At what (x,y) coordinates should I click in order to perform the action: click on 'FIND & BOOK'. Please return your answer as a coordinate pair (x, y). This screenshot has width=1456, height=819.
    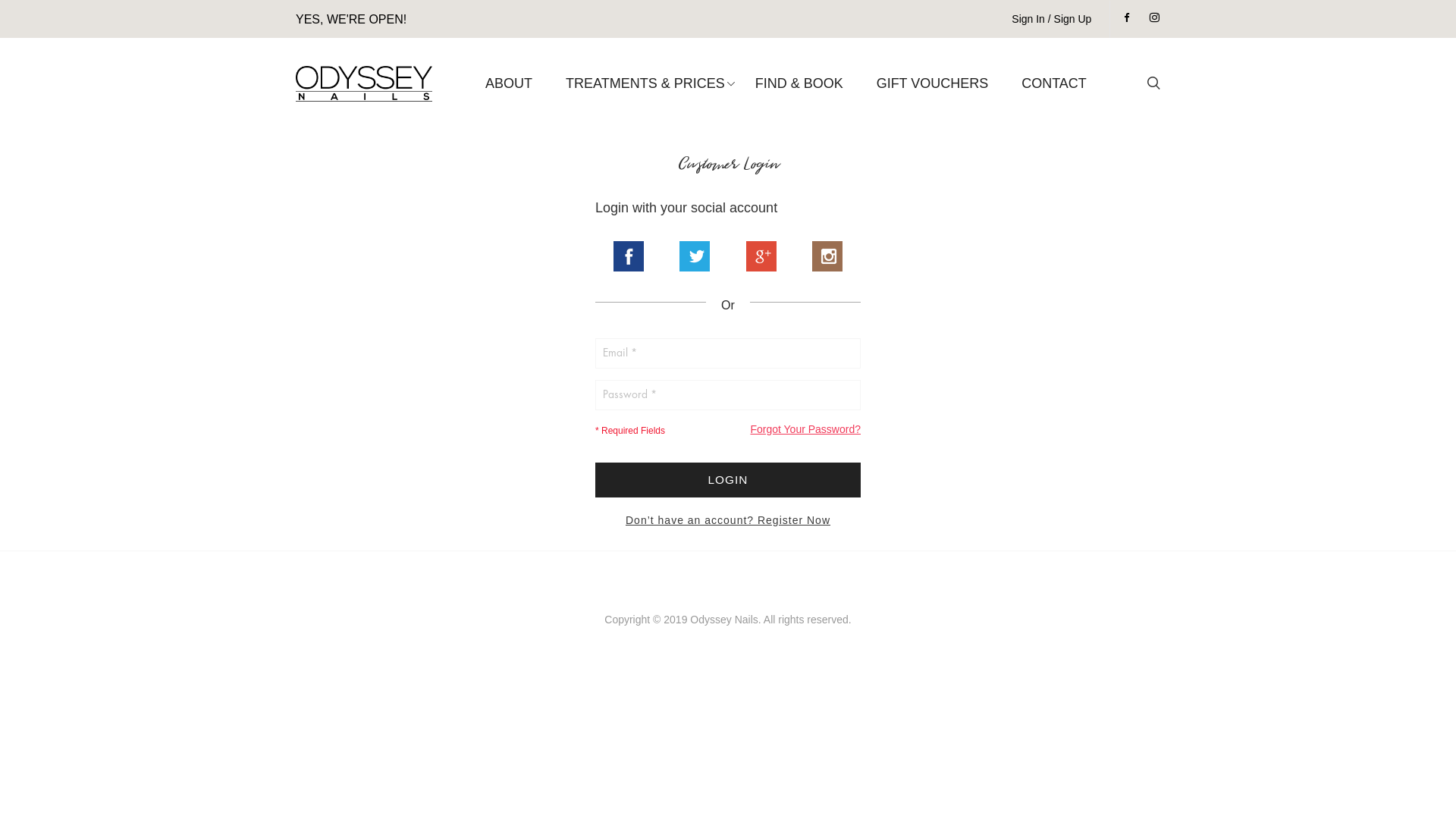
    Looking at the image, I should click on (799, 83).